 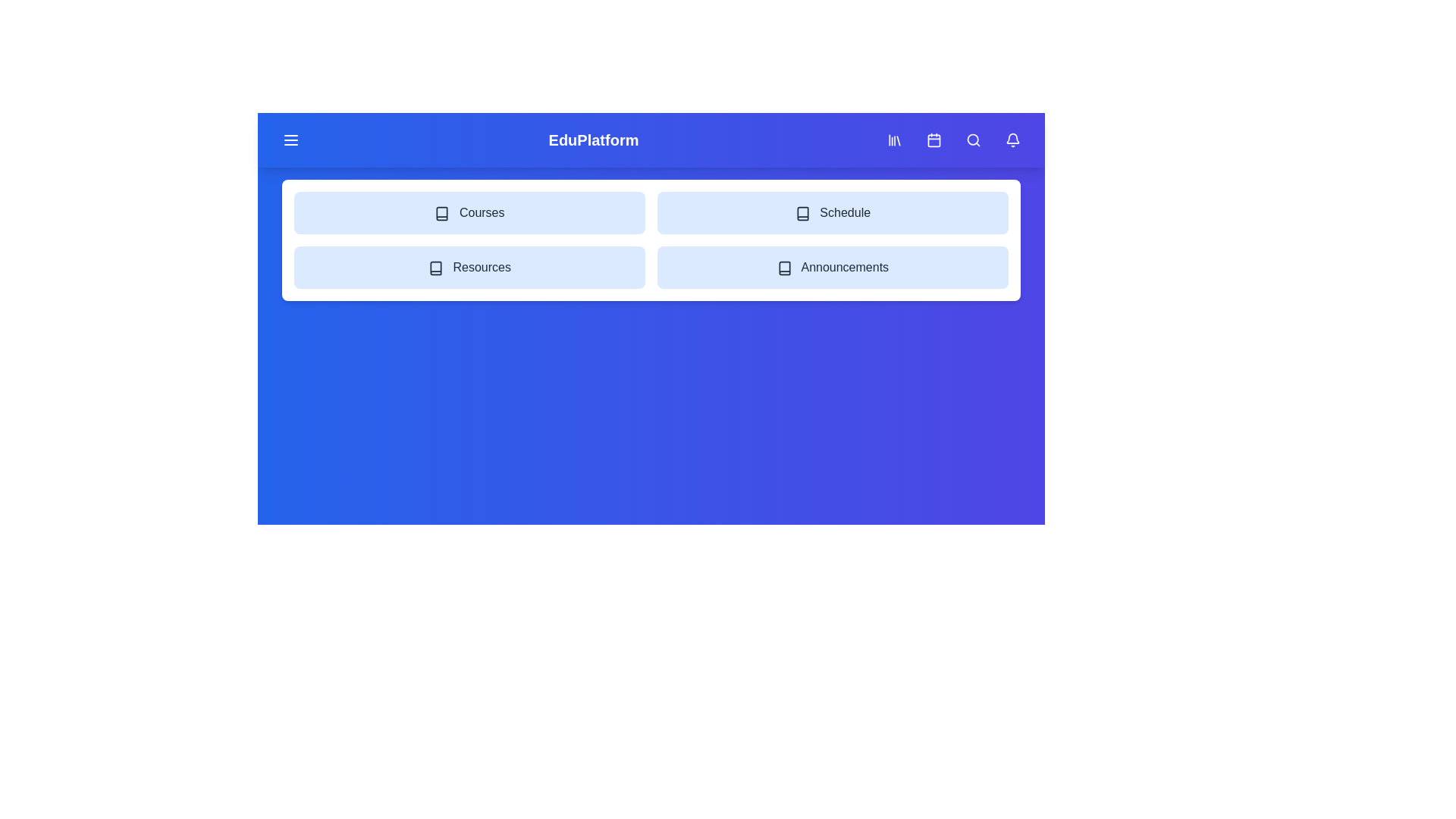 I want to click on the 'Courses' button to select the 'Courses' section, so click(x=469, y=213).